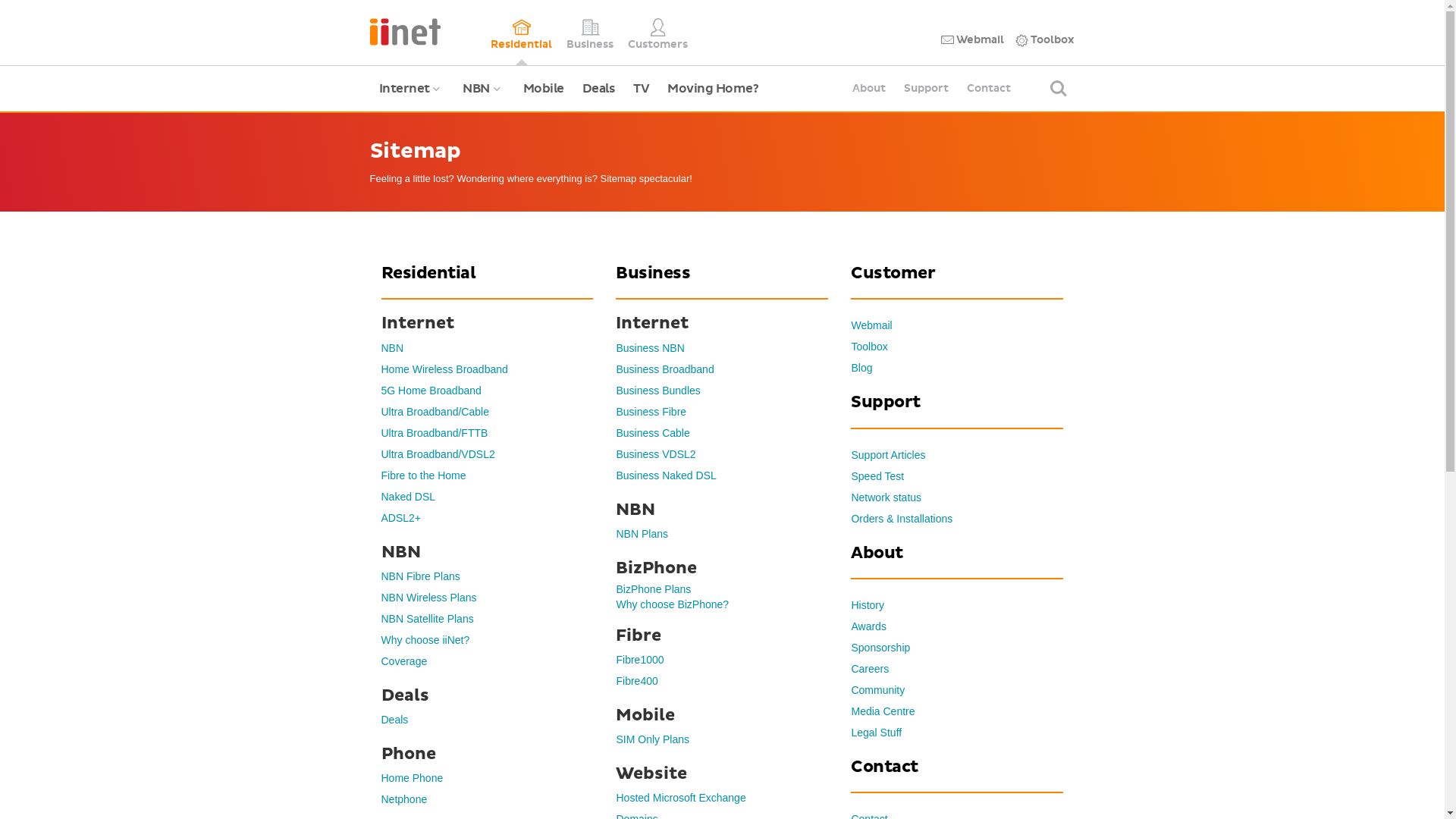 This screenshot has height=819, width=1456. I want to click on 'Customers', so click(657, 32).